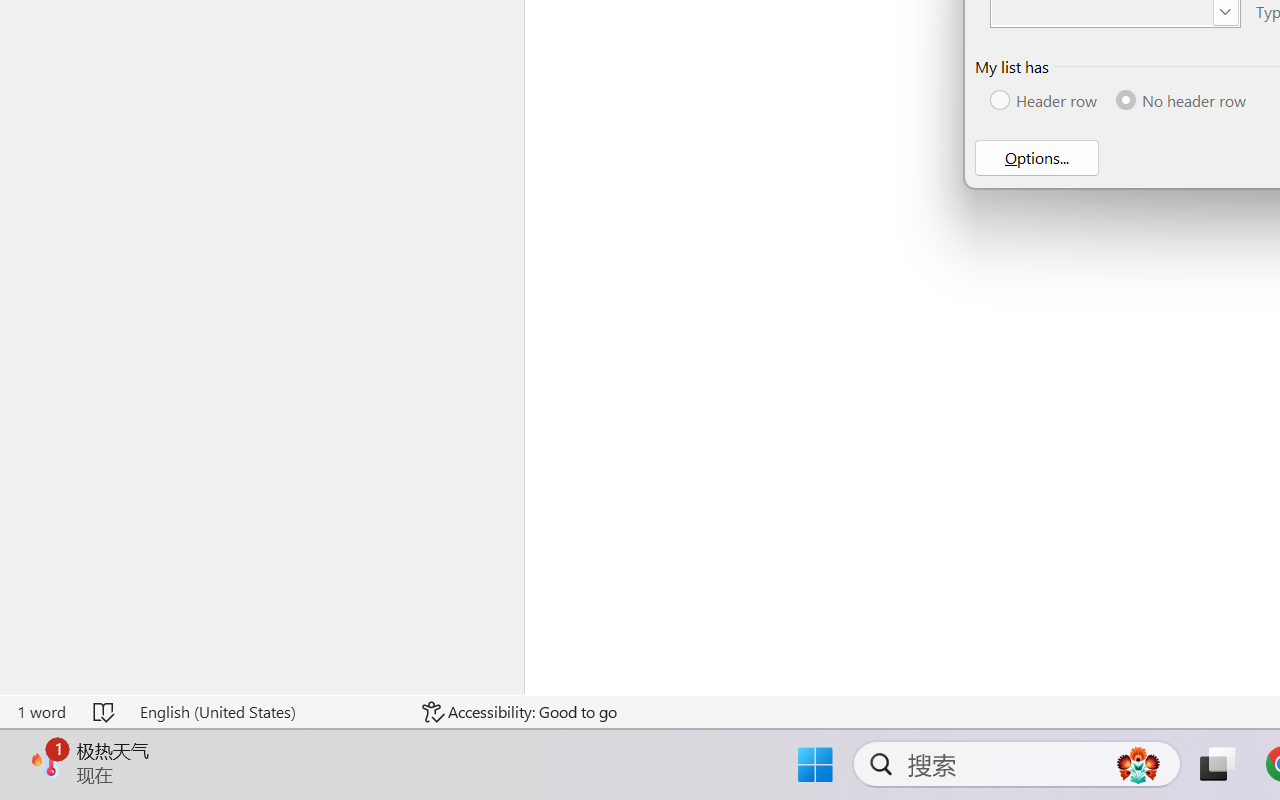 The width and height of the screenshot is (1280, 800). I want to click on 'Accessibility Checker Accessibility: Good to go', so click(519, 711).